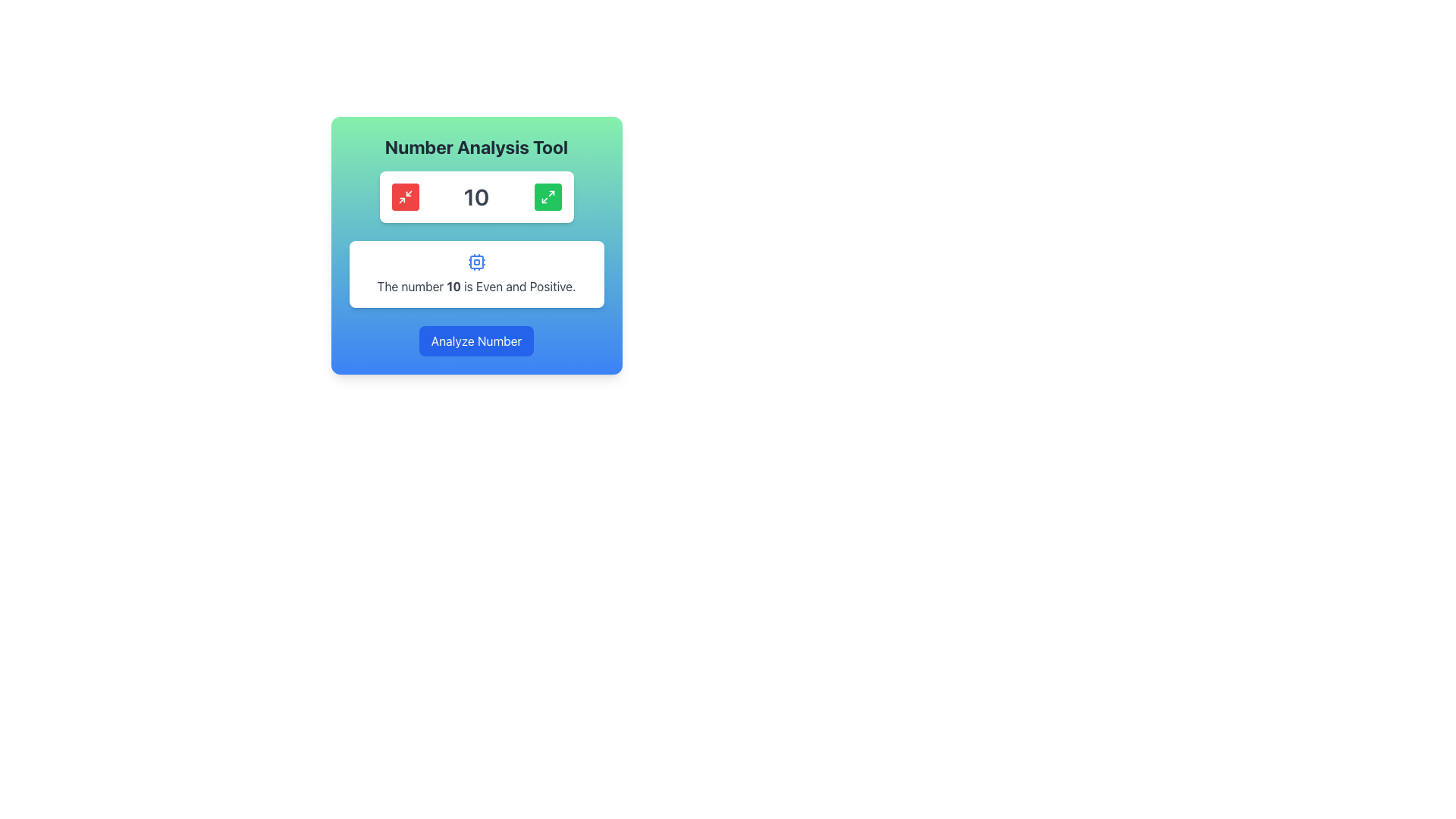  What do you see at coordinates (453, 287) in the screenshot?
I see `the bold numeric text element displaying '10', which is part of the sentence 'The number 10 is Even and Positive.'` at bounding box center [453, 287].